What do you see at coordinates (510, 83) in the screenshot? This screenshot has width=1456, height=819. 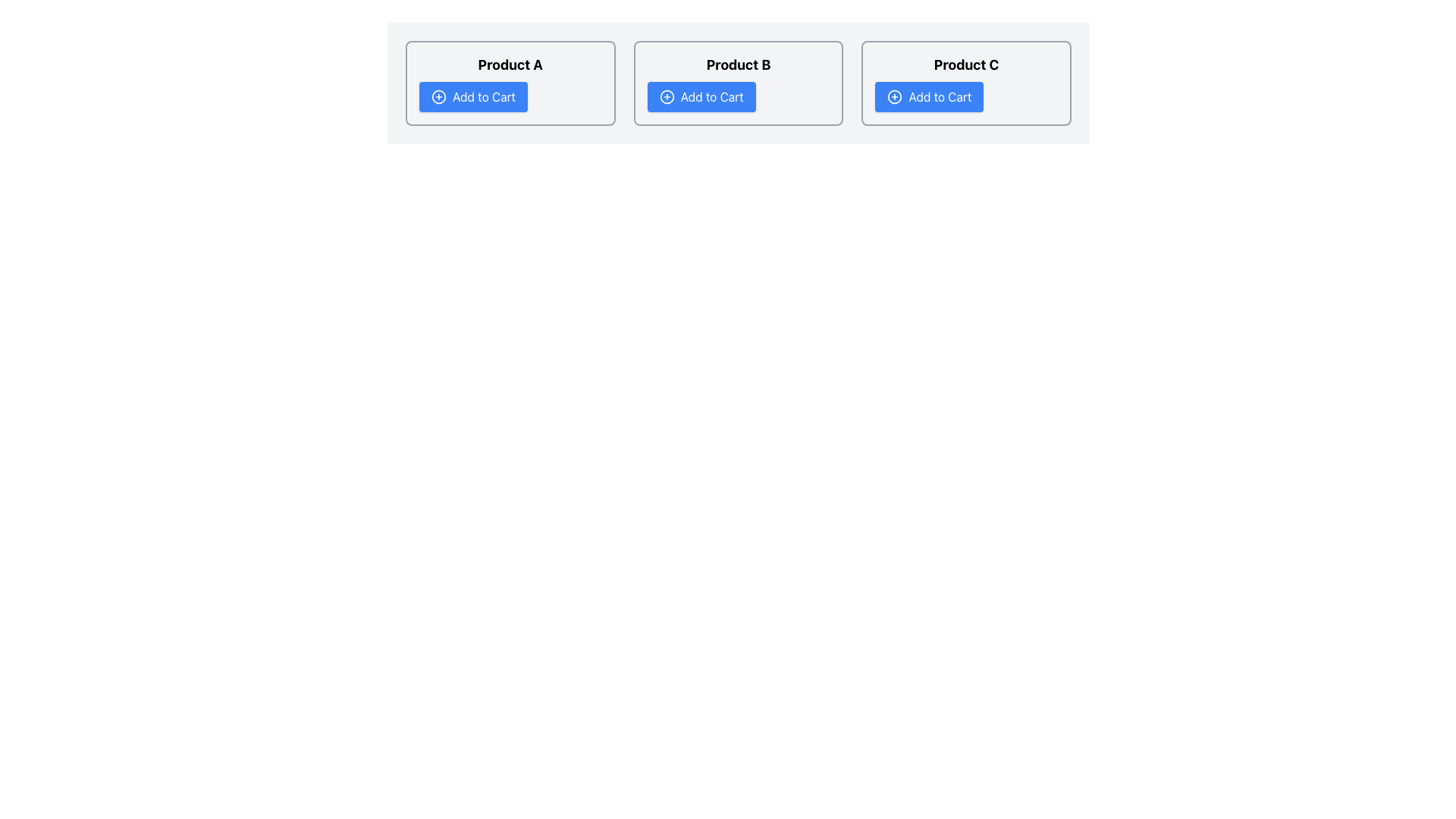 I see `the 'Add to Cart' button in the product card for 'Product A' to change its background color` at bounding box center [510, 83].